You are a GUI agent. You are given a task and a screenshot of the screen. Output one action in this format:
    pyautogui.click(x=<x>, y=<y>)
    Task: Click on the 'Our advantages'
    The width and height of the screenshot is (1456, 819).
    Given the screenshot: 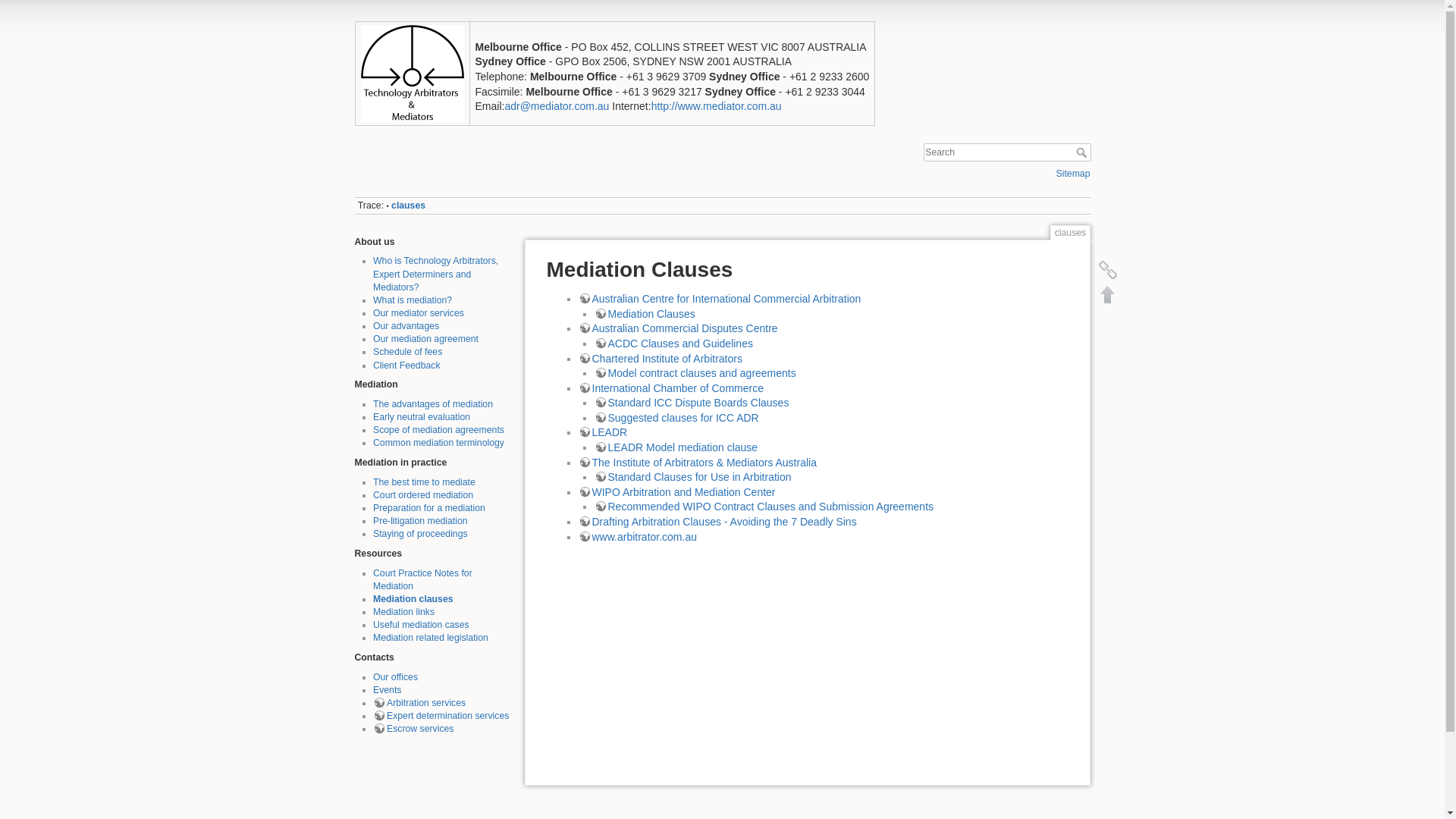 What is the action you would take?
    pyautogui.click(x=406, y=325)
    